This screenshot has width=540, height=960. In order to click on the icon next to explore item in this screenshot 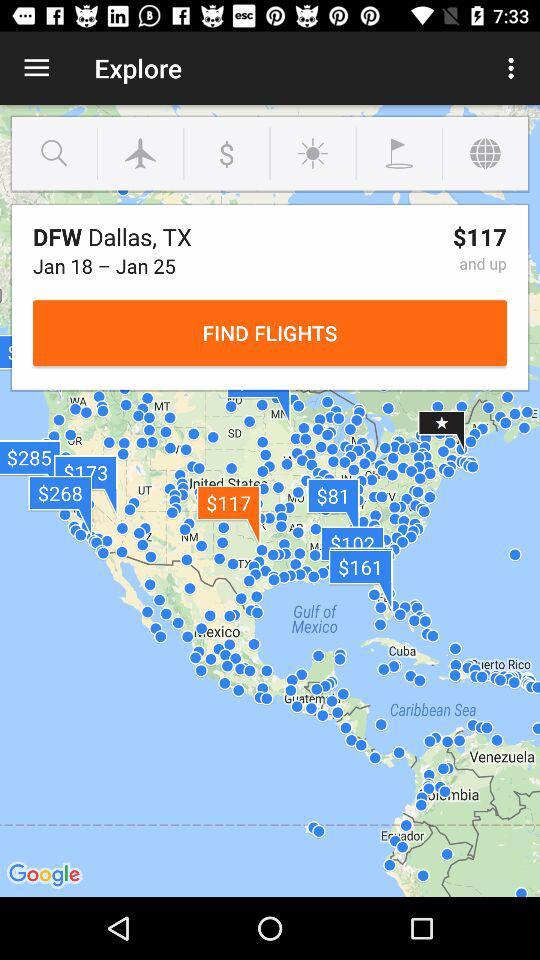, I will do `click(36, 68)`.